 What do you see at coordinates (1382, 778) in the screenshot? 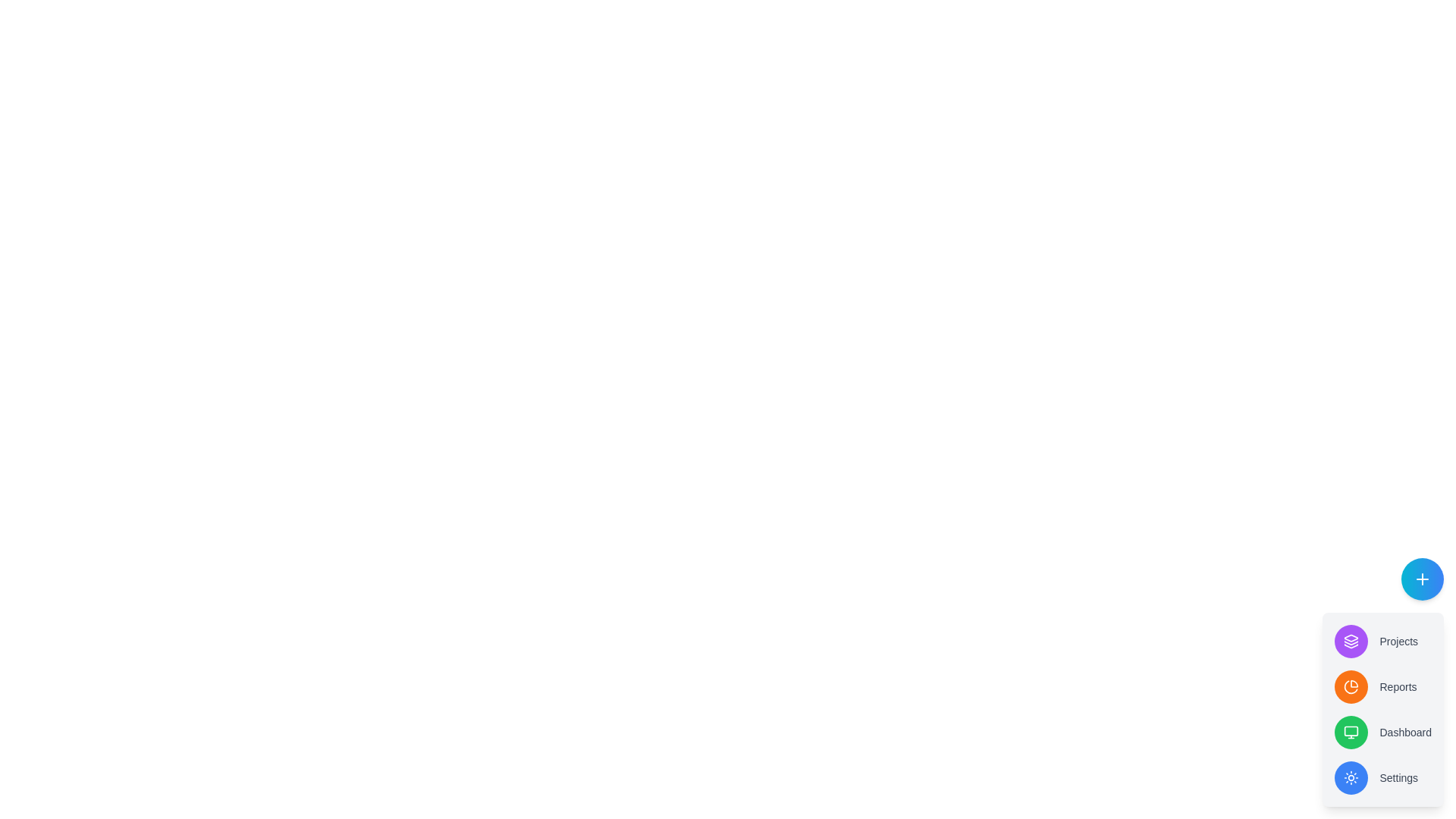
I see `the Navigation button labeled 'Settings' at the bottom of the vertical menu` at bounding box center [1382, 778].